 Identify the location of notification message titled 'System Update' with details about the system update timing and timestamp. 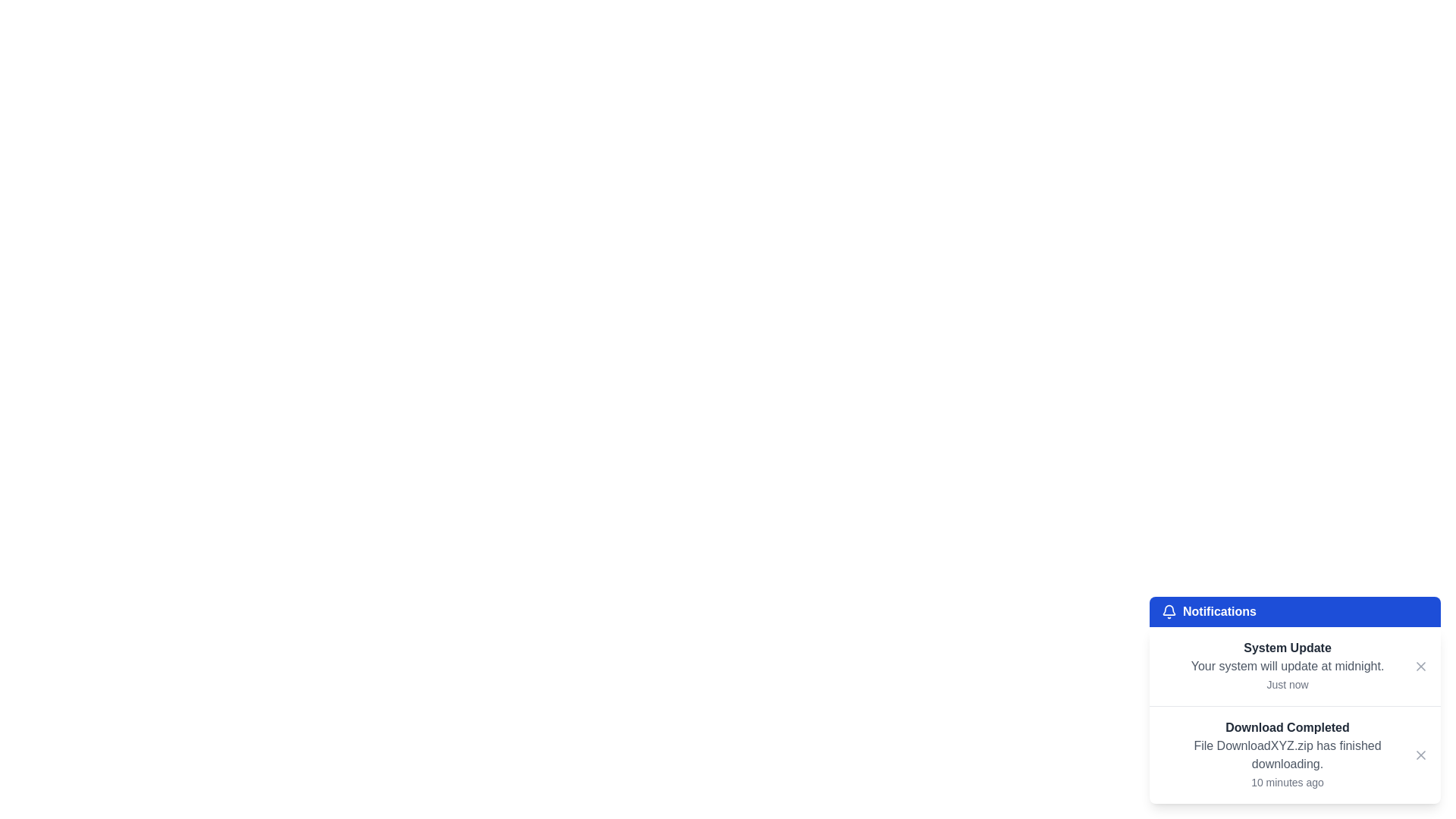
(1287, 666).